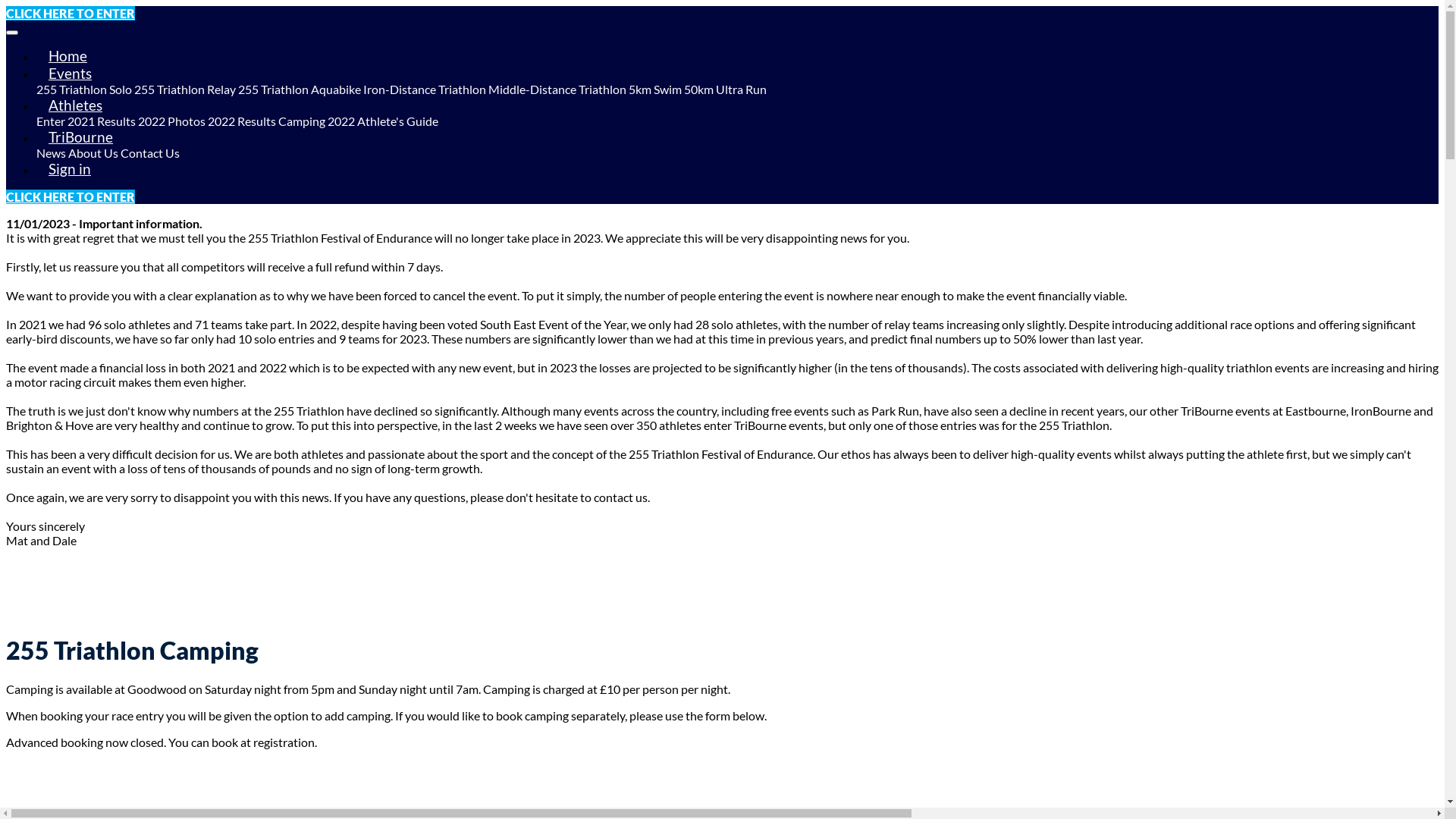 This screenshot has width=1456, height=819. I want to click on 'Athletes', so click(74, 104).